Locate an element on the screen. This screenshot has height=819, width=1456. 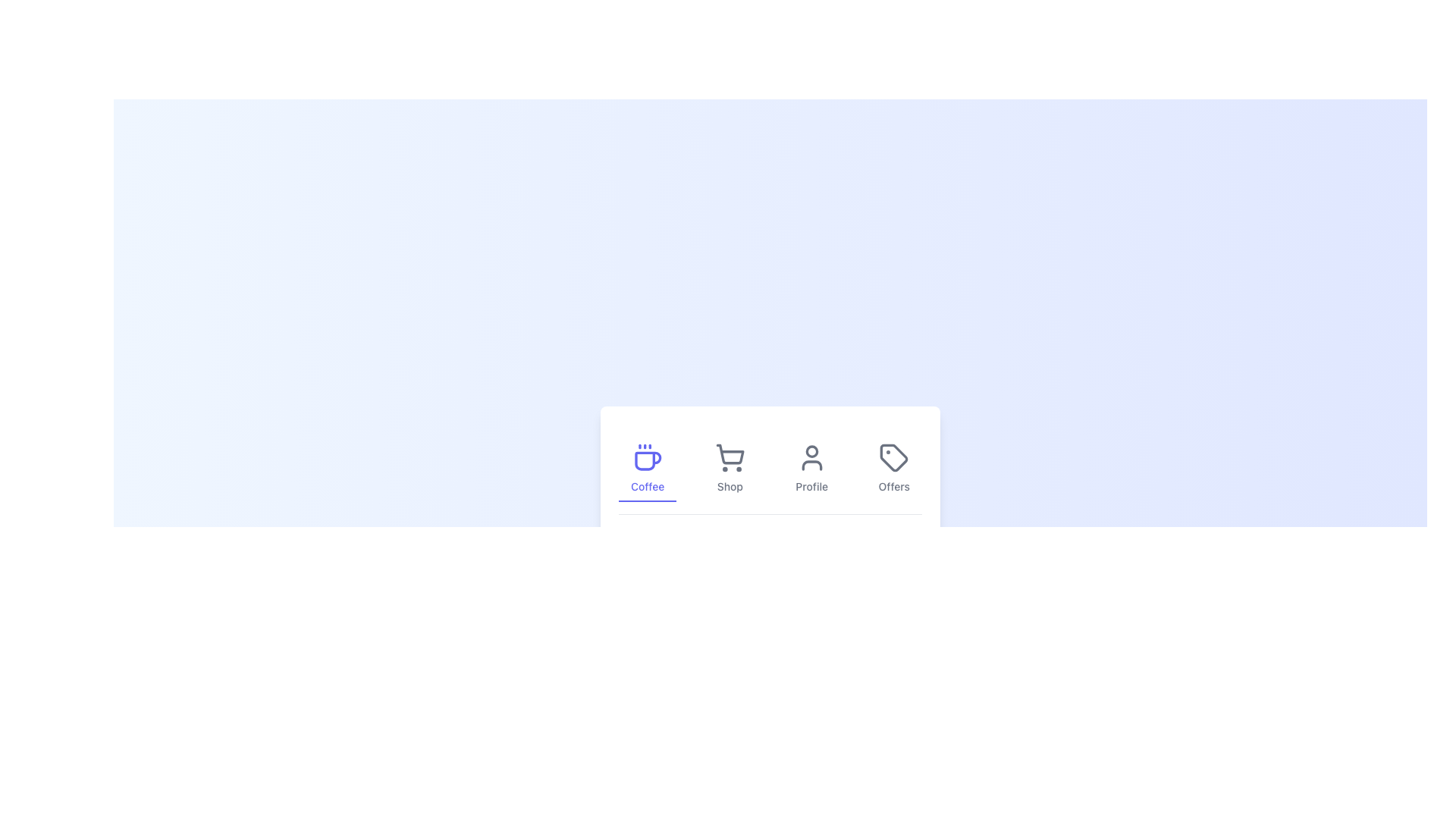
the tag-shaped icon with a small circle, located above the 'Offers' text label in the lower navigation bar is located at coordinates (894, 457).